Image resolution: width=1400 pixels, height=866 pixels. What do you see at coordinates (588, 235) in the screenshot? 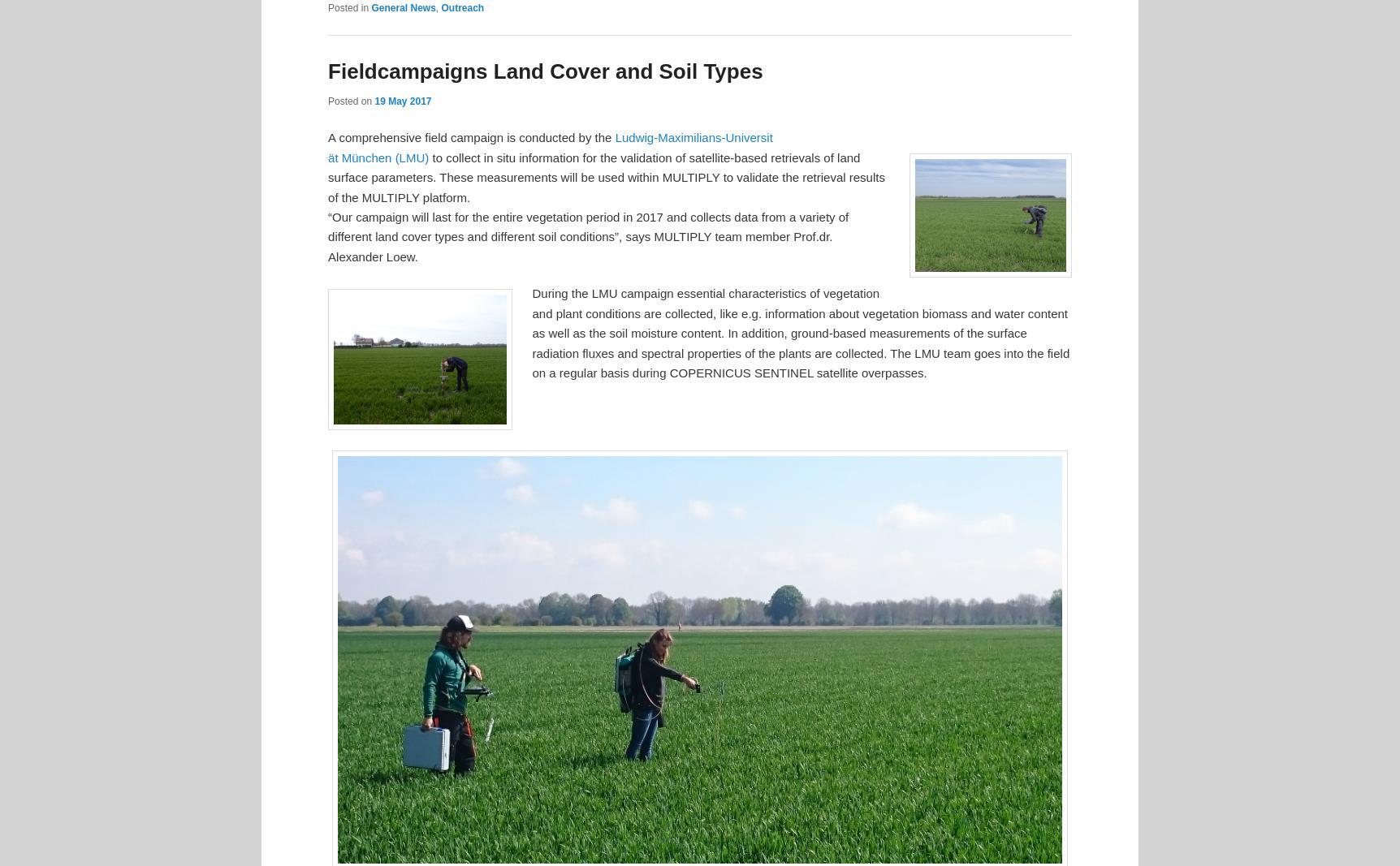
I see `'“Our campaign will last for the entire vegetation period in 2017 and collects data from a variety of different land cover types and different soil conditions”, says MULTIPLY team member Prof.dr. Alexander Loew.'` at bounding box center [588, 235].